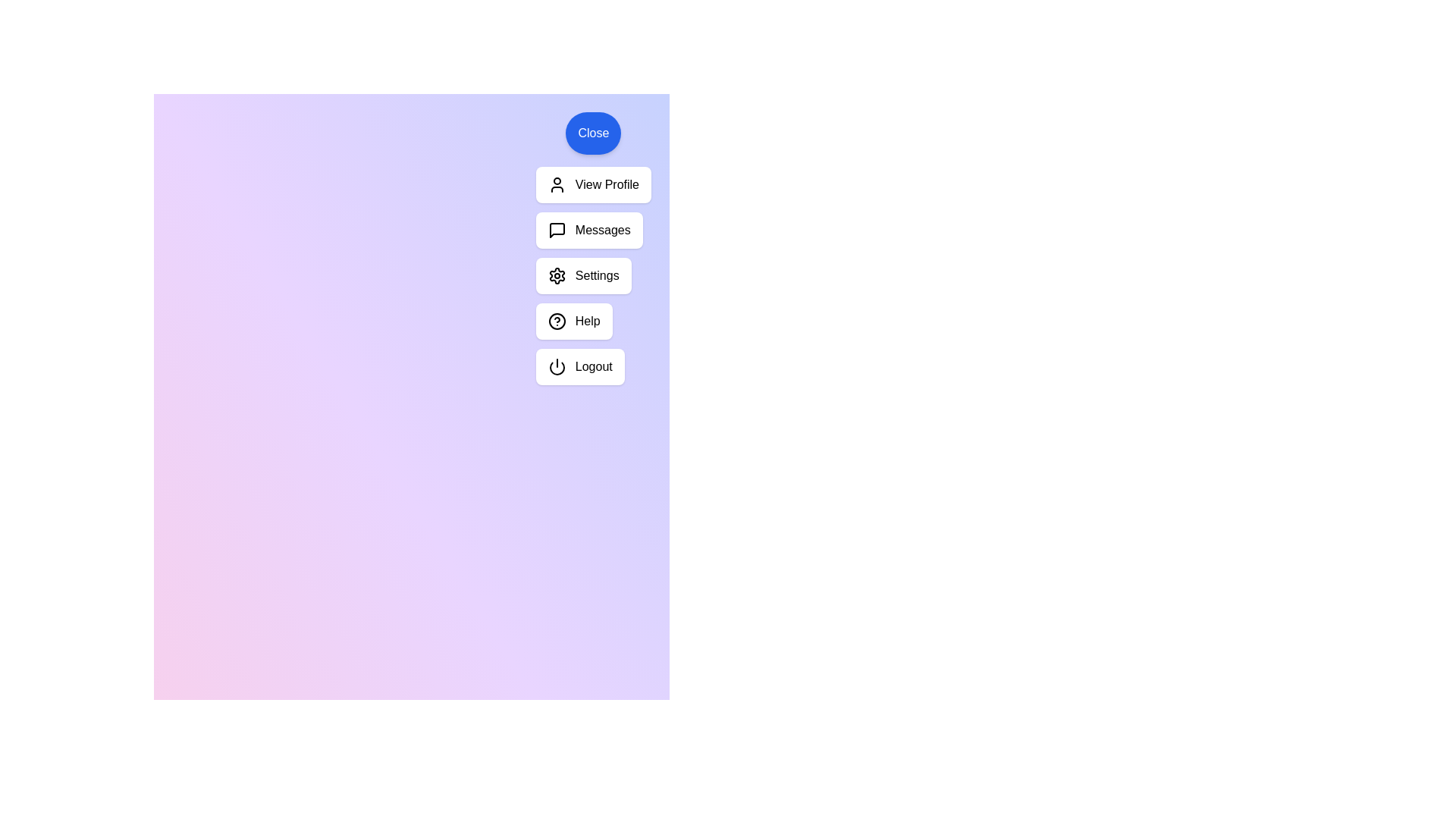  What do you see at coordinates (582, 275) in the screenshot?
I see `the 'Settings' button` at bounding box center [582, 275].